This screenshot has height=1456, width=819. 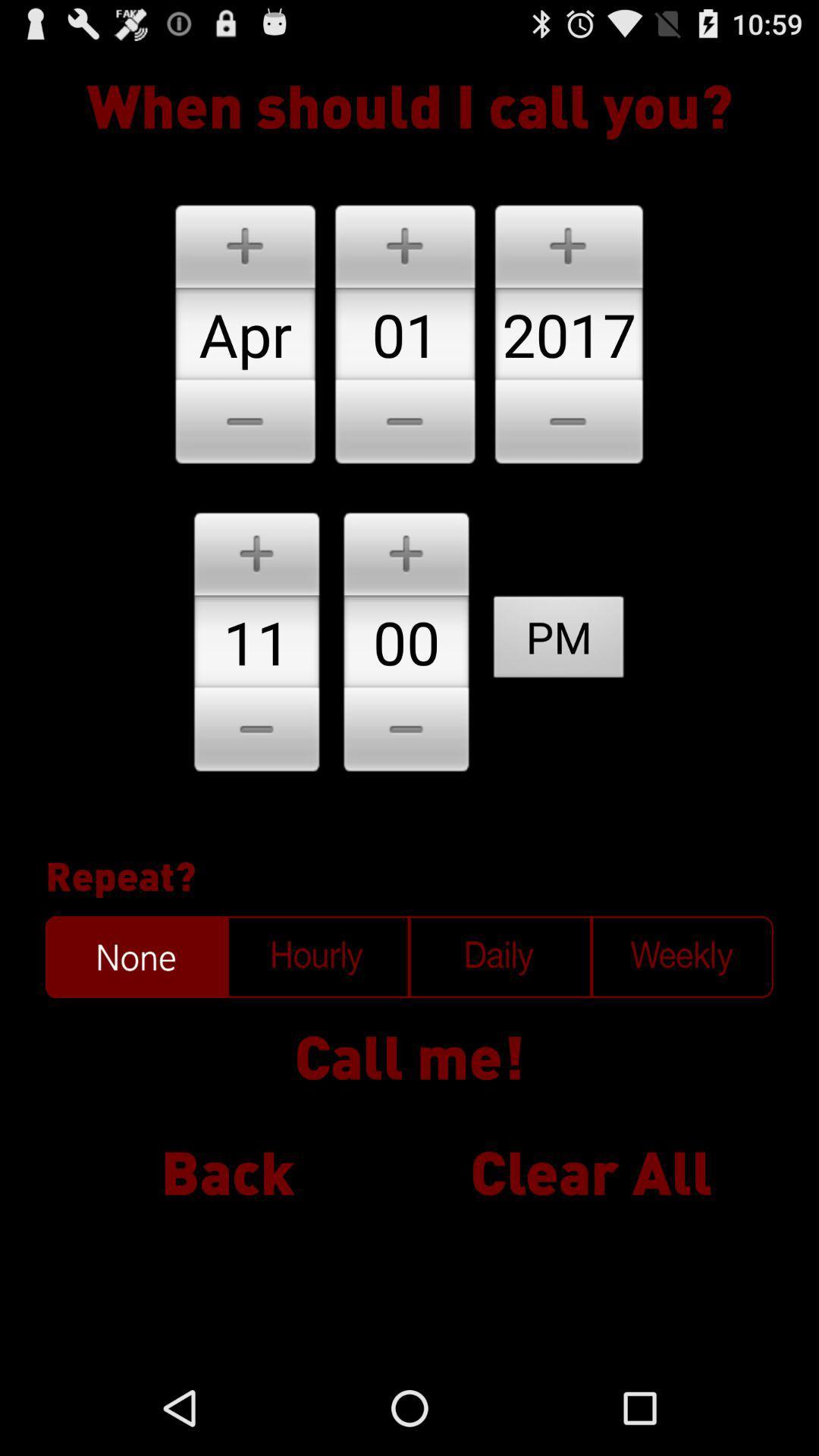 I want to click on repeat hourly, so click(x=318, y=956).